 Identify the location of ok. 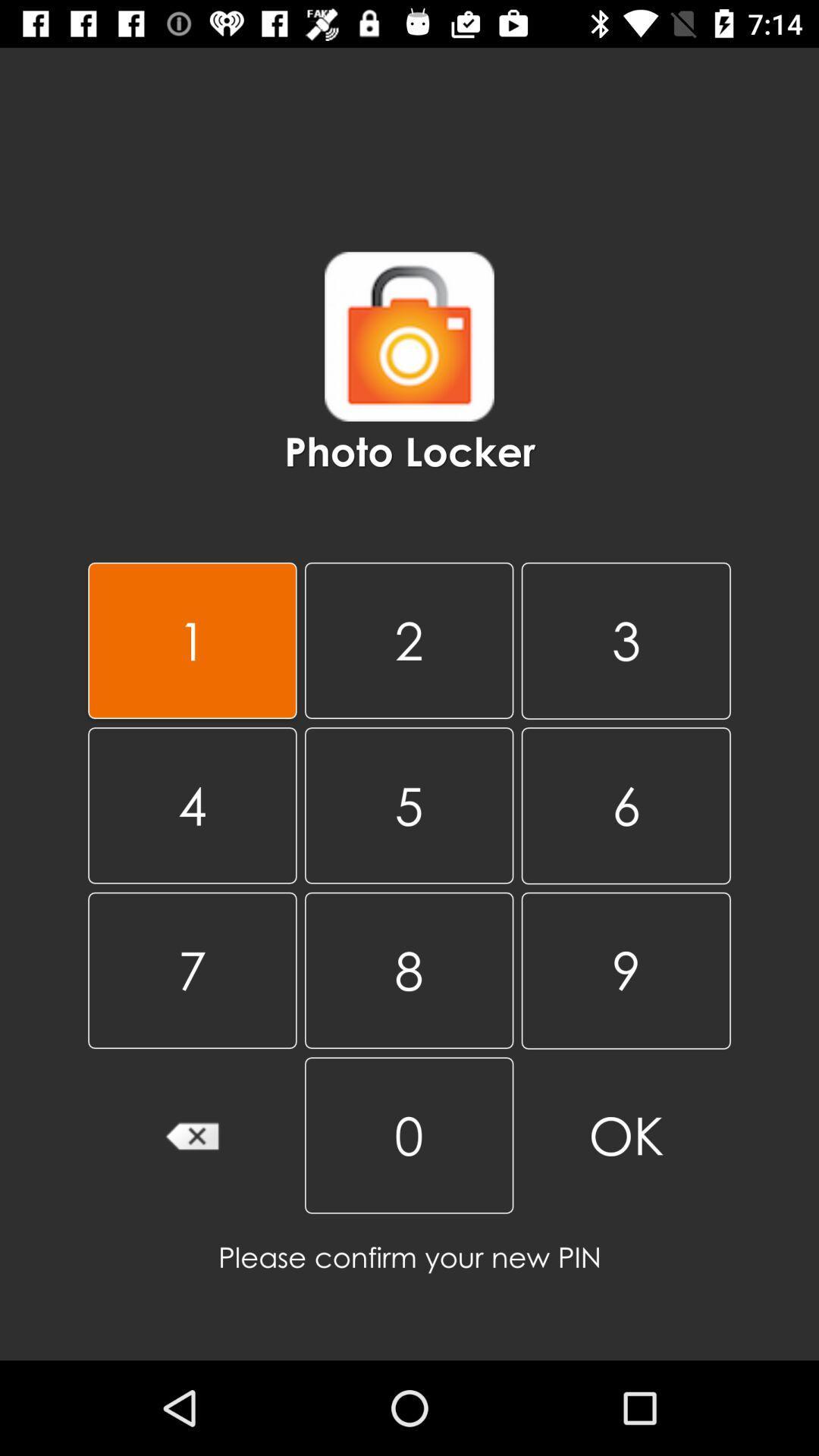
(626, 1135).